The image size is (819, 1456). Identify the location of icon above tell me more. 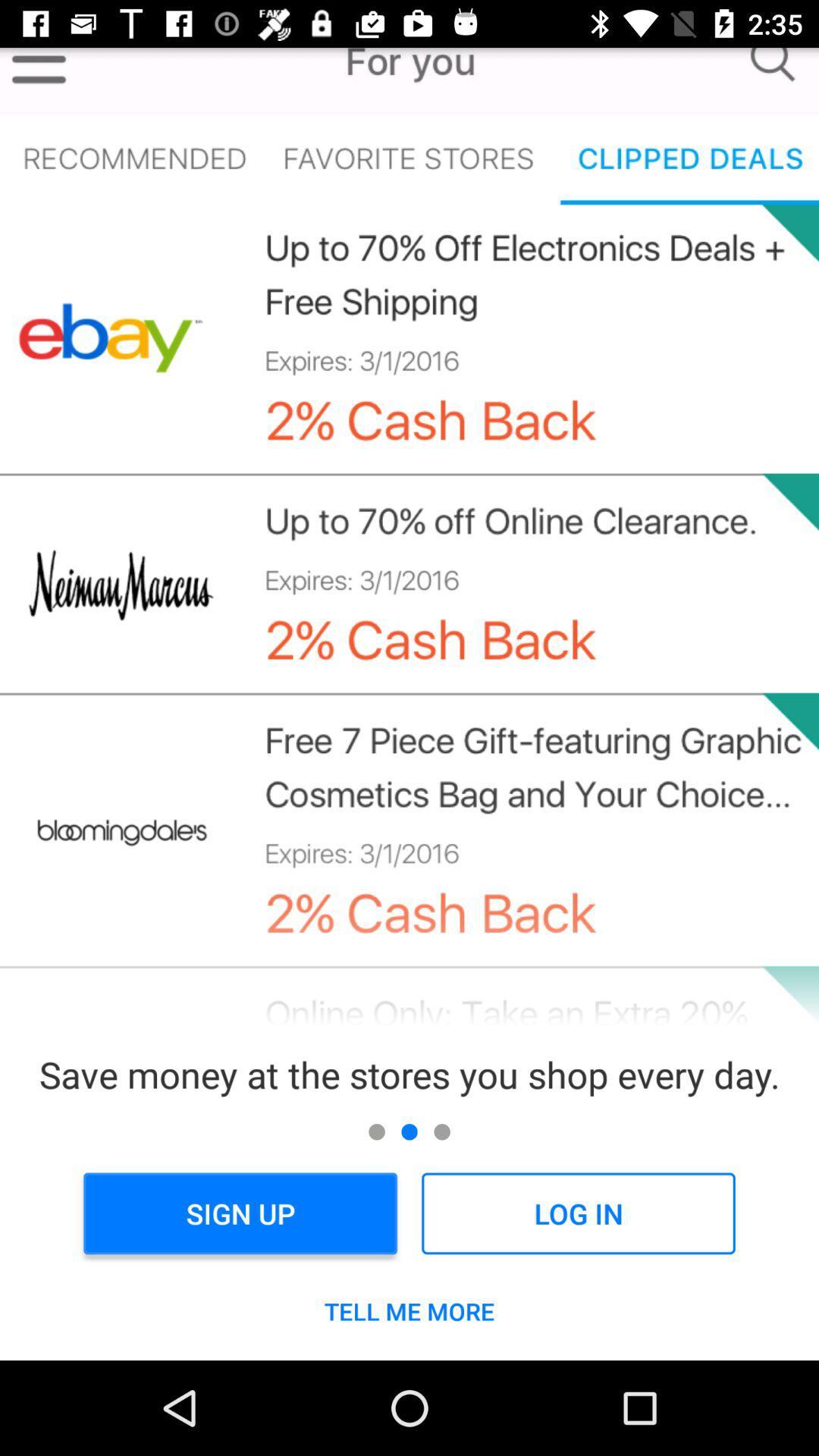
(578, 1213).